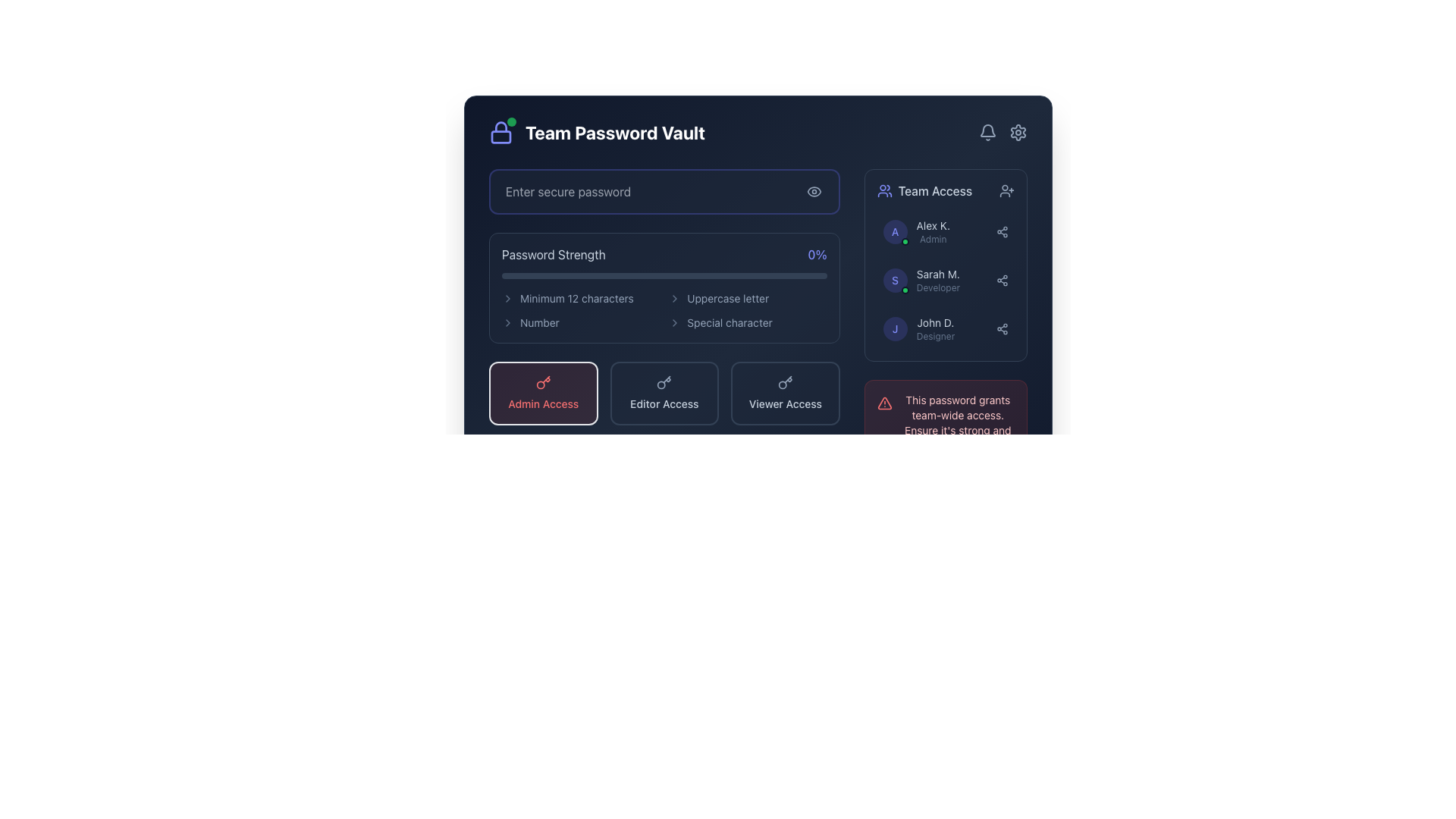 Image resolution: width=1456 pixels, height=819 pixels. What do you see at coordinates (934, 190) in the screenshot?
I see `the 'Team Access' text label in the upper-right panel` at bounding box center [934, 190].